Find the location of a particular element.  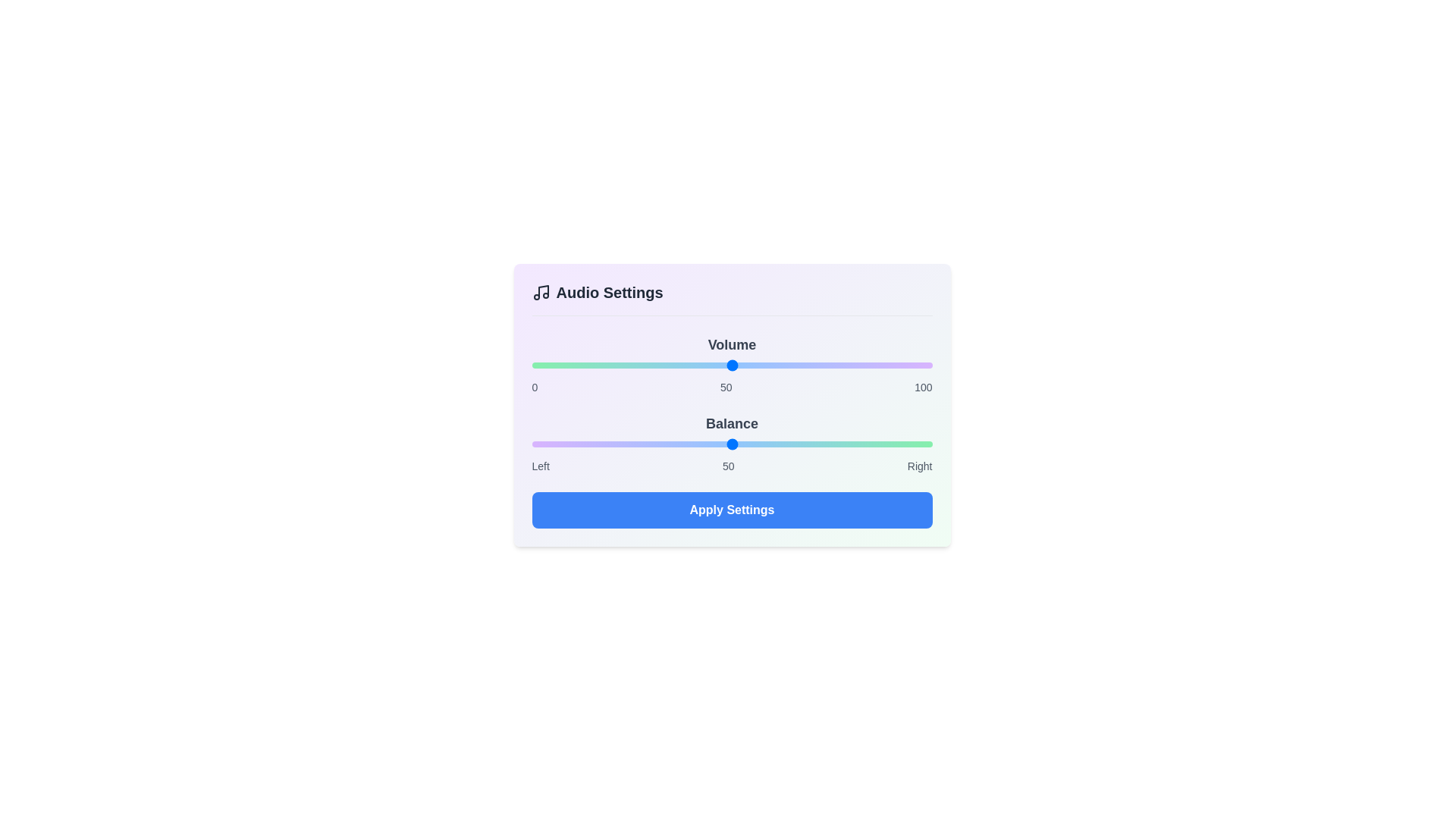

the volume level is located at coordinates (823, 366).